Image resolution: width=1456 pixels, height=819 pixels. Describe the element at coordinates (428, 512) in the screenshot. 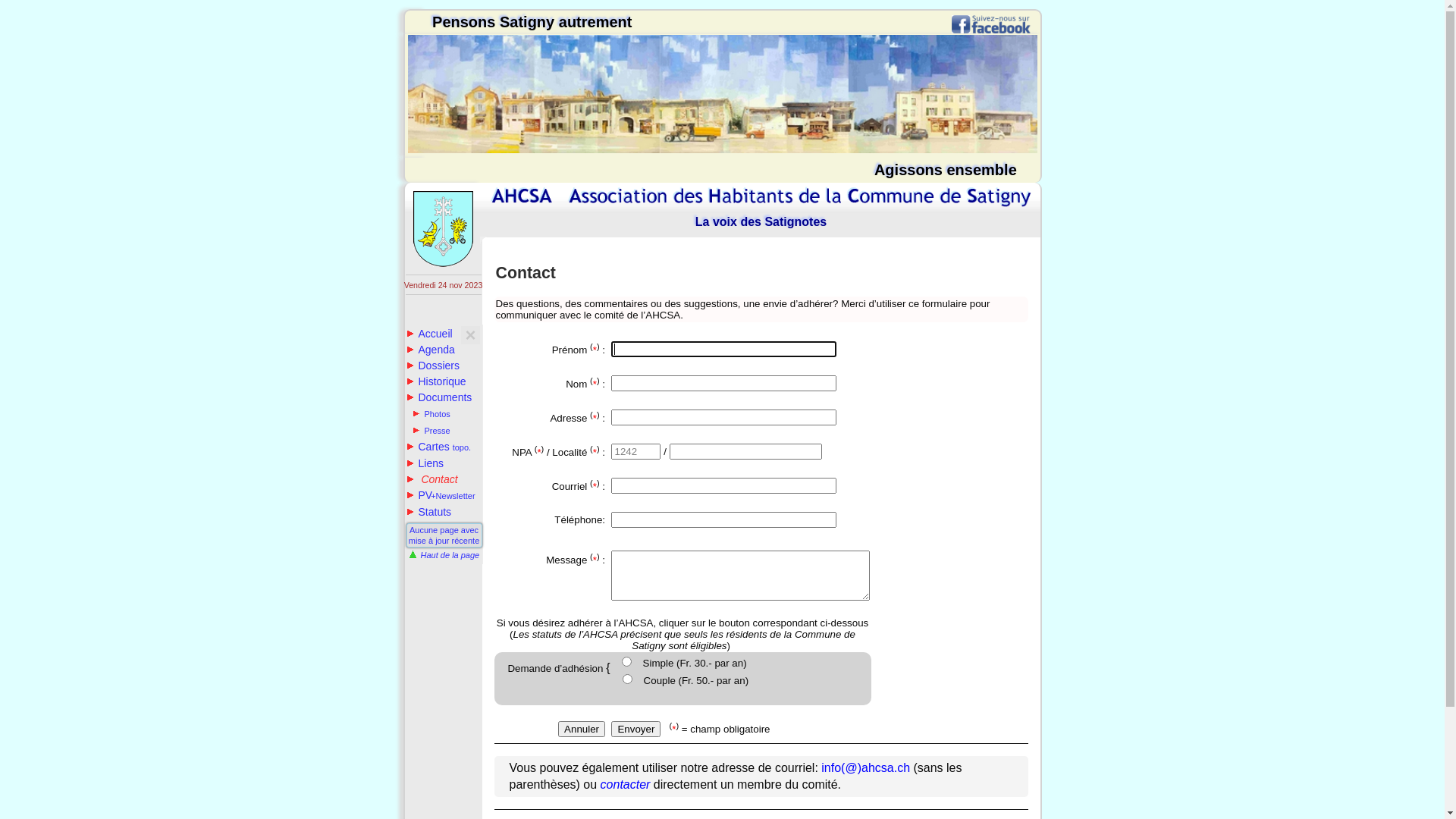

I see `'Statuts'` at that location.